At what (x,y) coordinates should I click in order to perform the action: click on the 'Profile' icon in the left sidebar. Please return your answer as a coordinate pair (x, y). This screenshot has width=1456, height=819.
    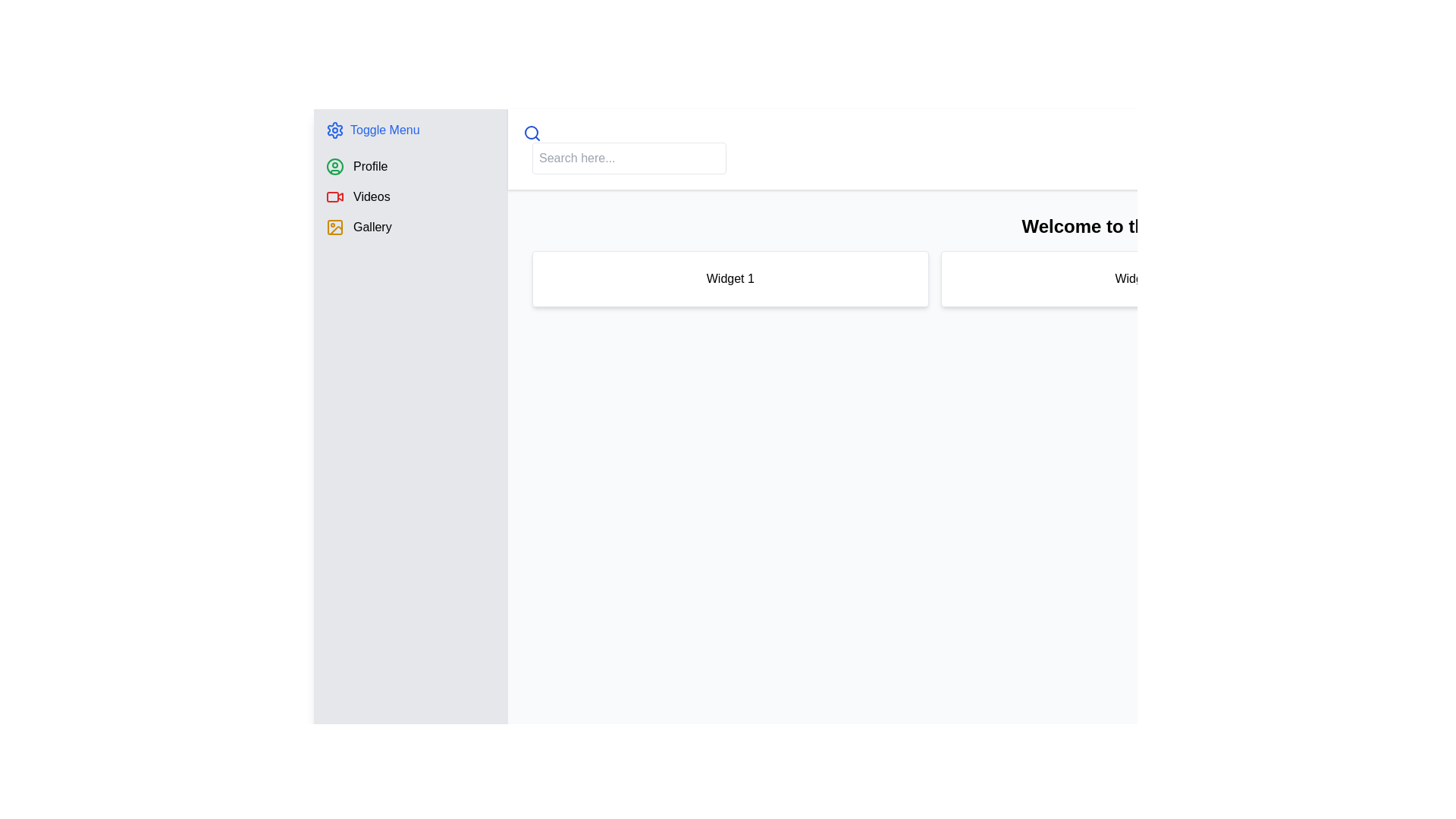
    Looking at the image, I should click on (334, 166).